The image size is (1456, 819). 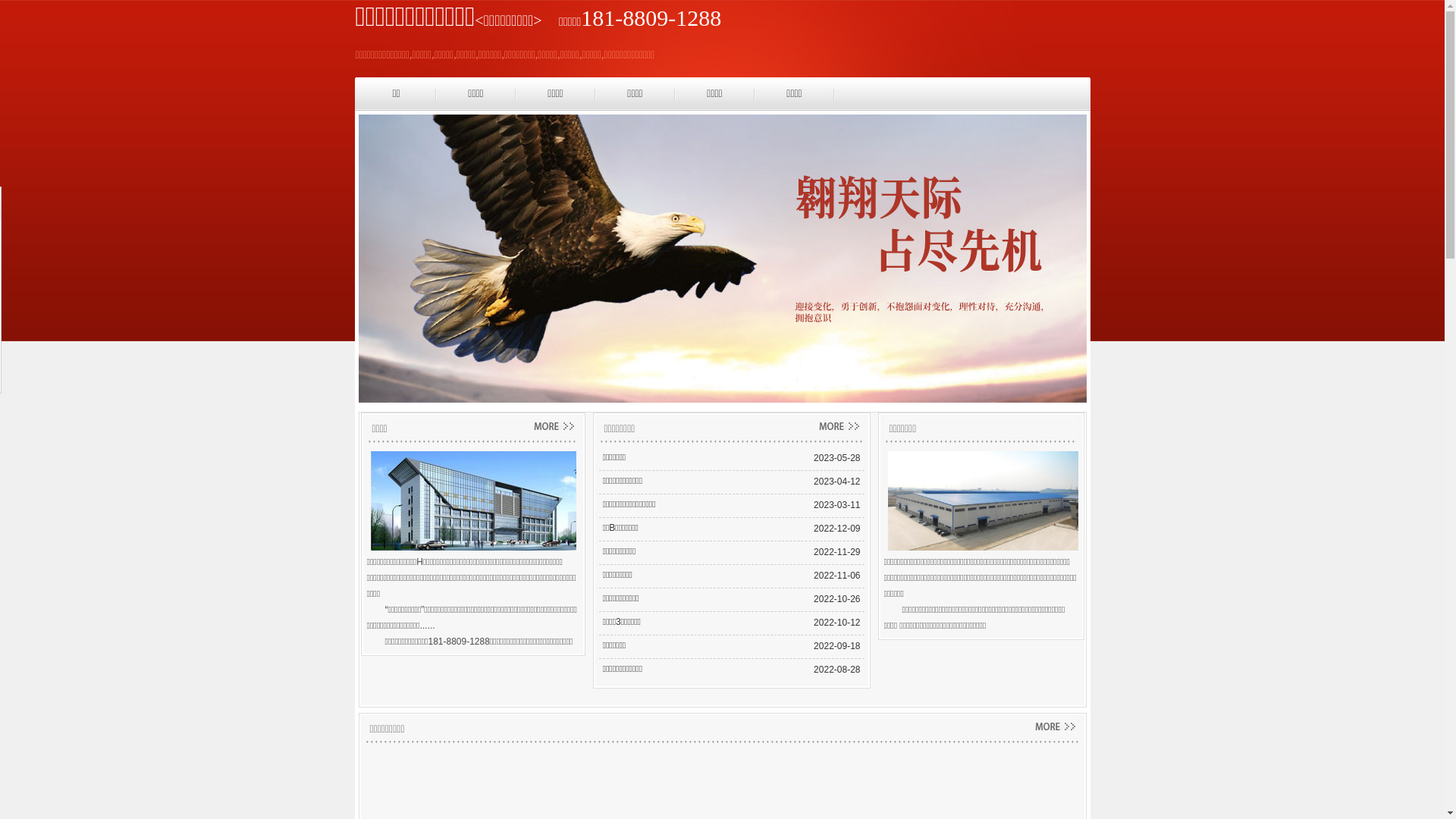 What do you see at coordinates (836, 505) in the screenshot?
I see `'2023-03-11'` at bounding box center [836, 505].